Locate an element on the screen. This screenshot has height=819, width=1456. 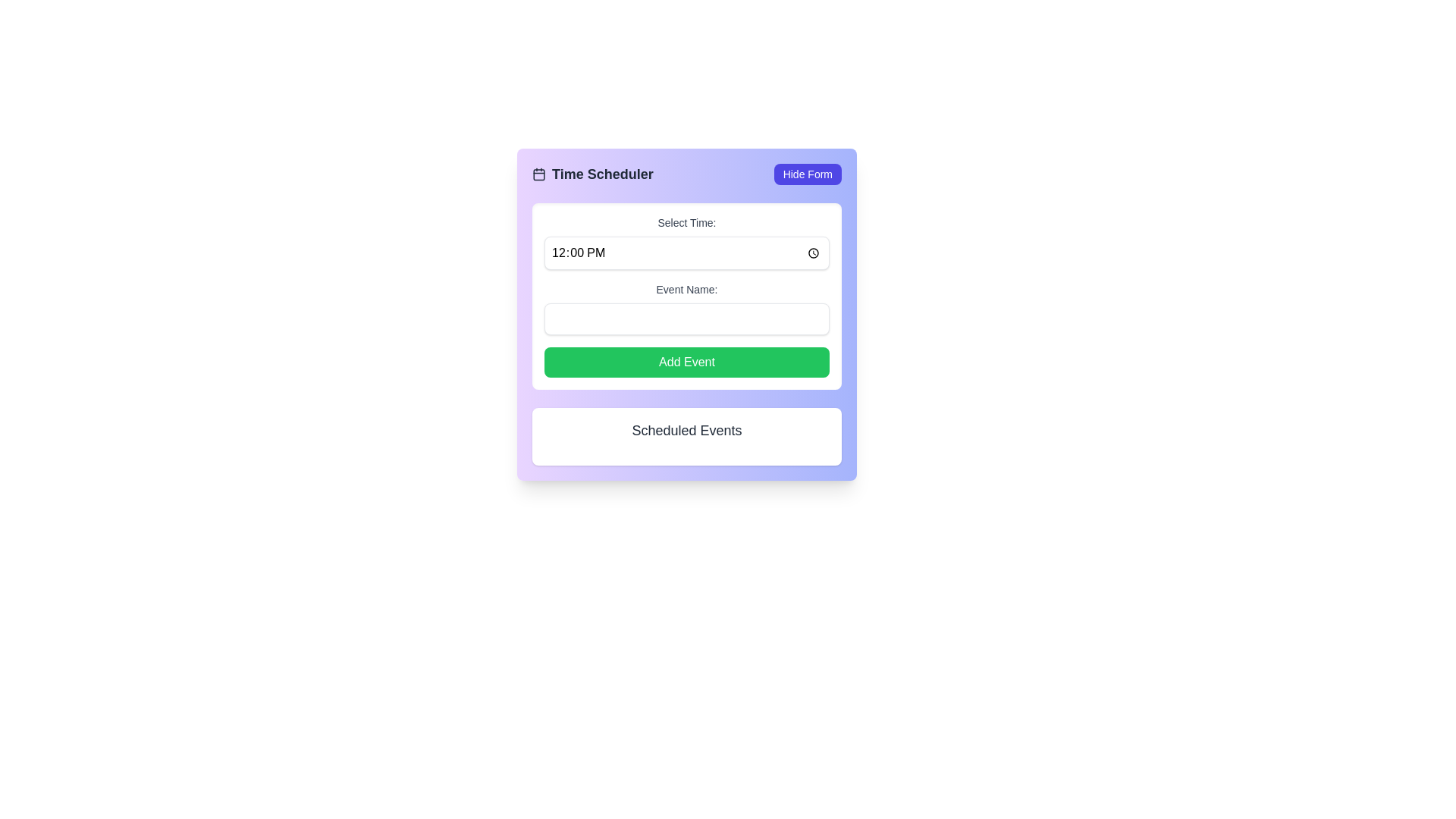
the static text label that instructs users on what to enter in the event name input field, located above the text input and below the 'Select Time:' label is located at coordinates (686, 289).